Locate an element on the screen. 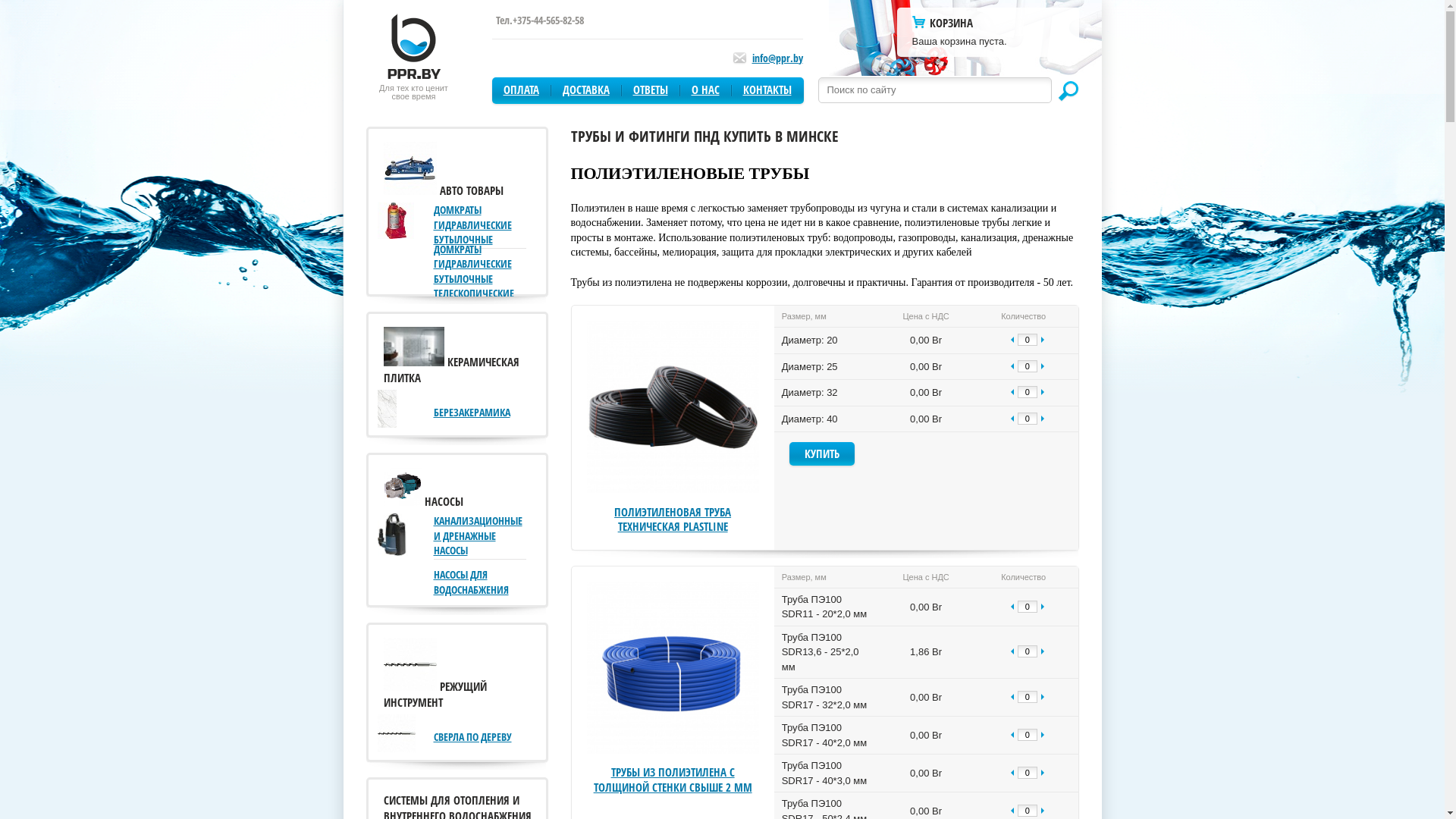 Image resolution: width=1456 pixels, height=819 pixels. '-' is located at coordinates (1012, 698).